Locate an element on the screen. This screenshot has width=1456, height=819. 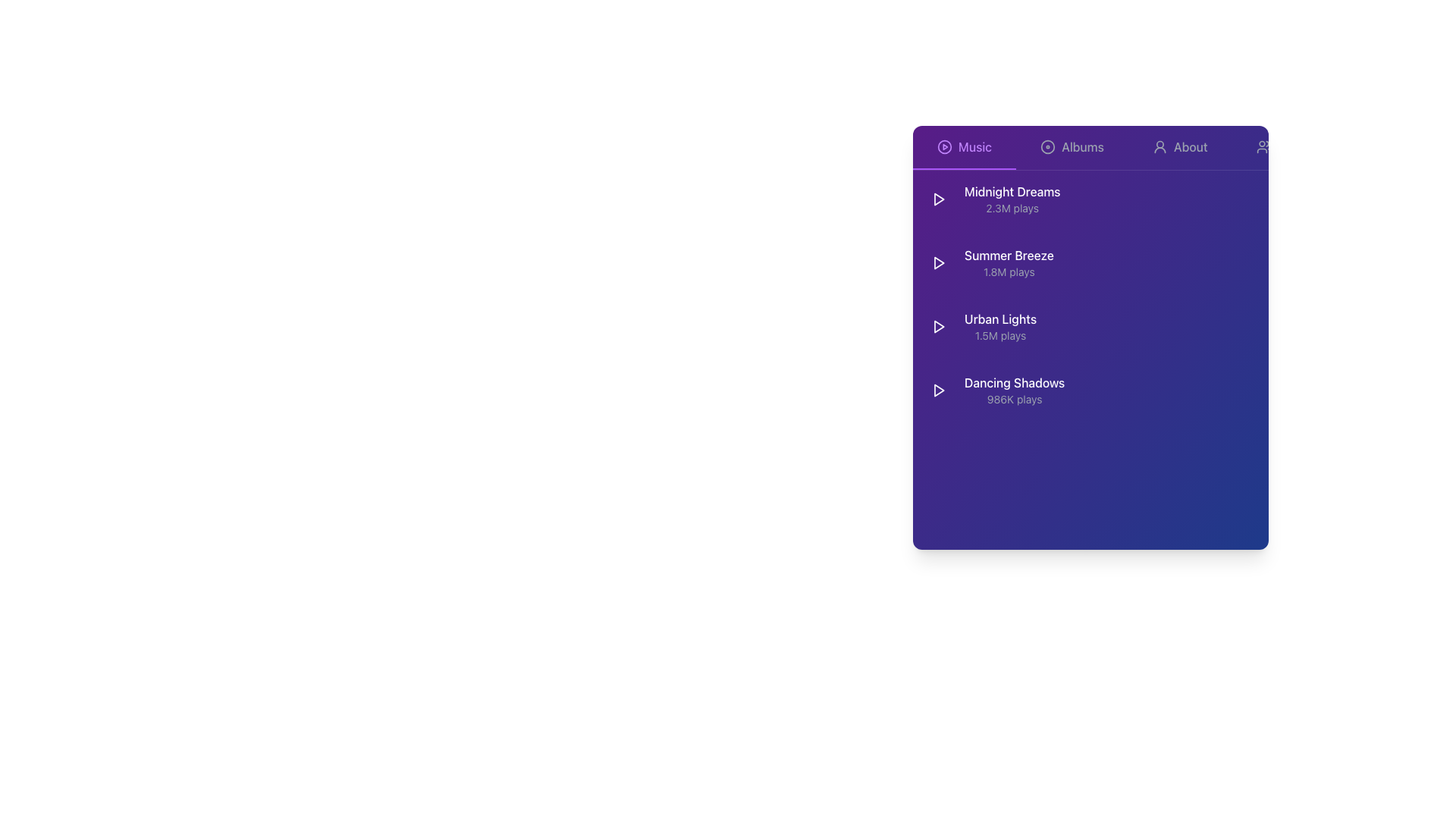
the first music track item representing 'Midnight Dreams' is located at coordinates (1090, 198).